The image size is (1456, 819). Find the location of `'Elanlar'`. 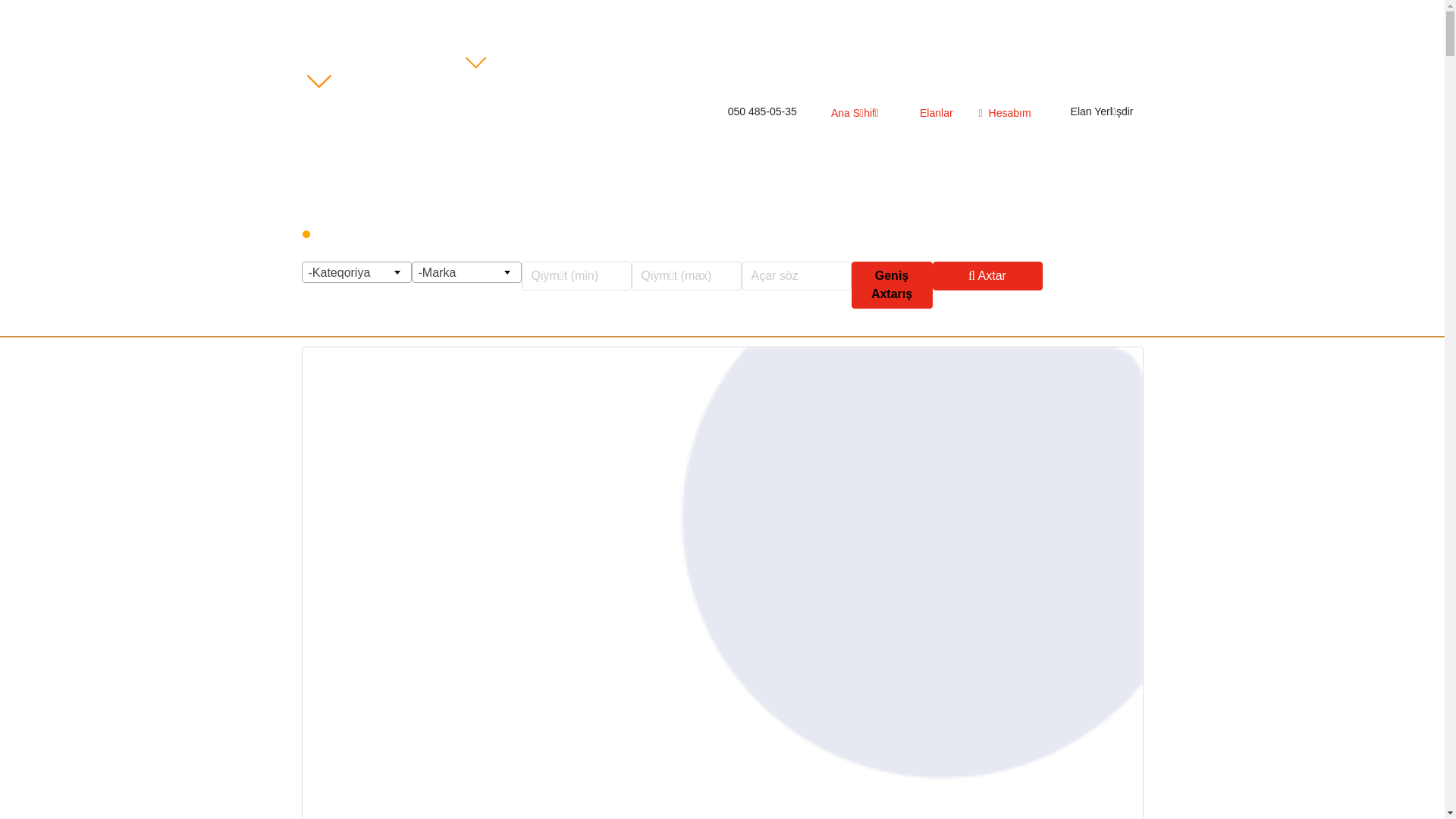

'Elanlar' is located at coordinates (927, 112).